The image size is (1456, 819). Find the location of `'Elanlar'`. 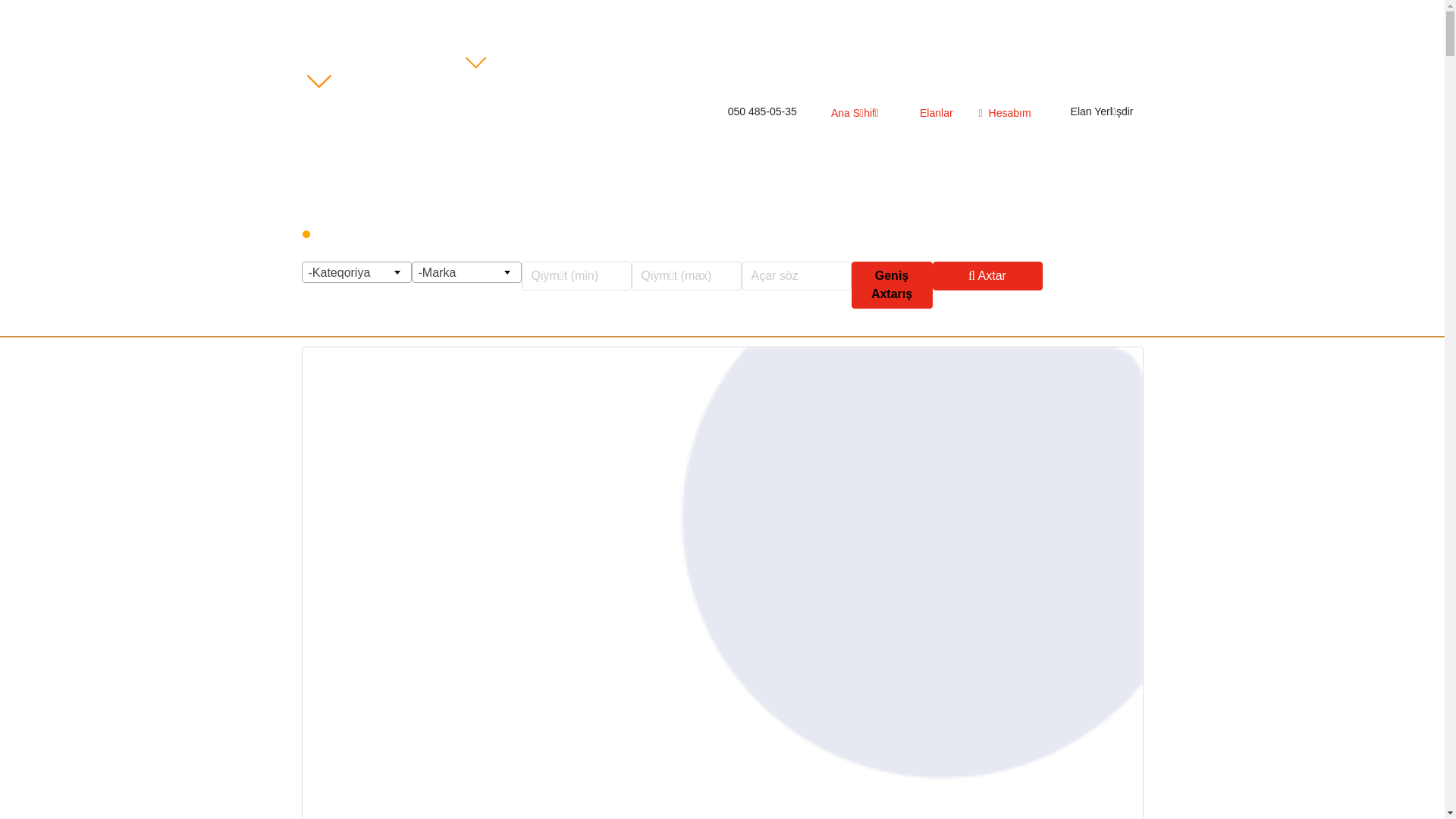

'Elanlar' is located at coordinates (927, 112).